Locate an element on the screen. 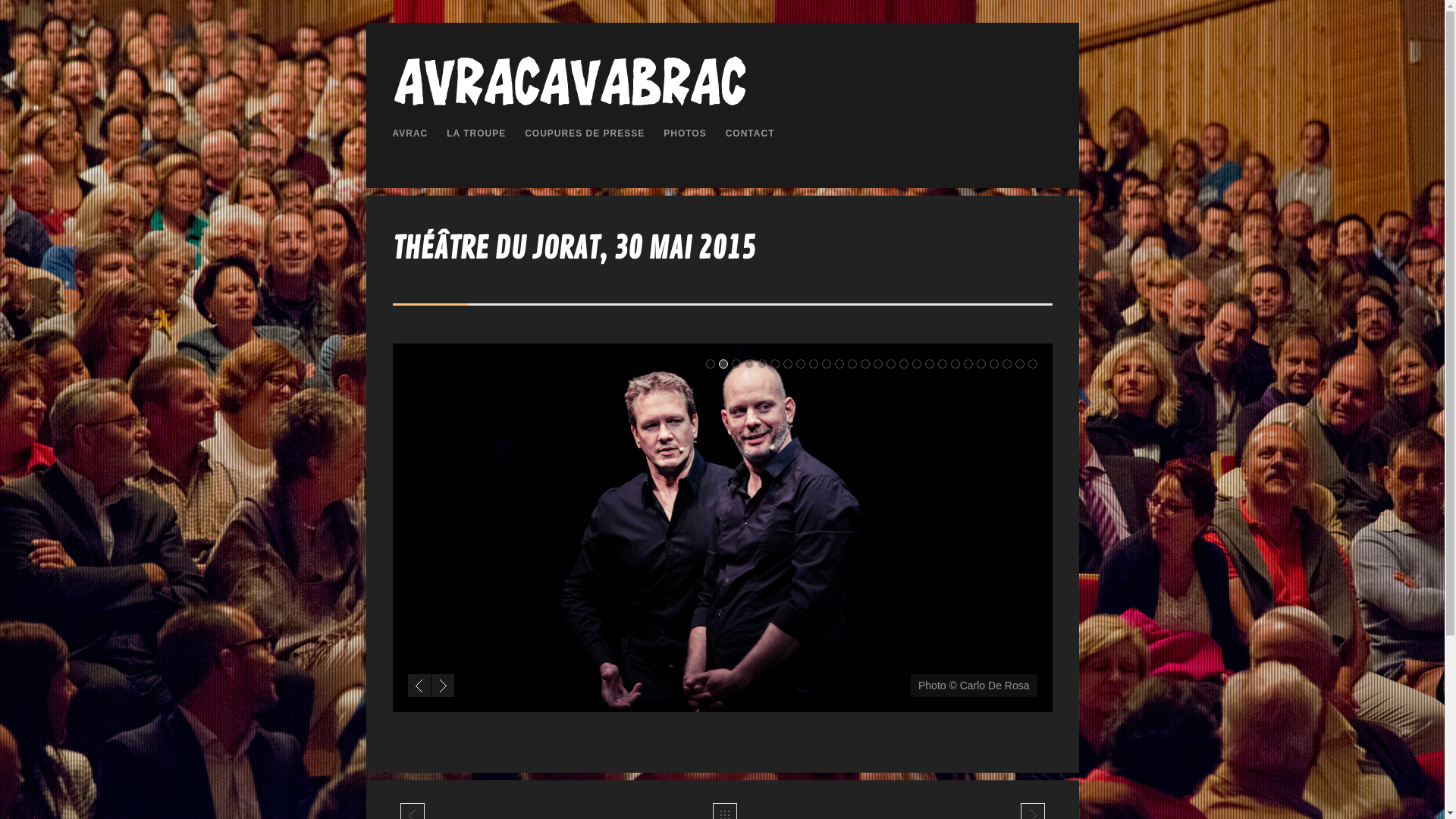 The image size is (1456, 819). 'Next' is located at coordinates (441, 685).